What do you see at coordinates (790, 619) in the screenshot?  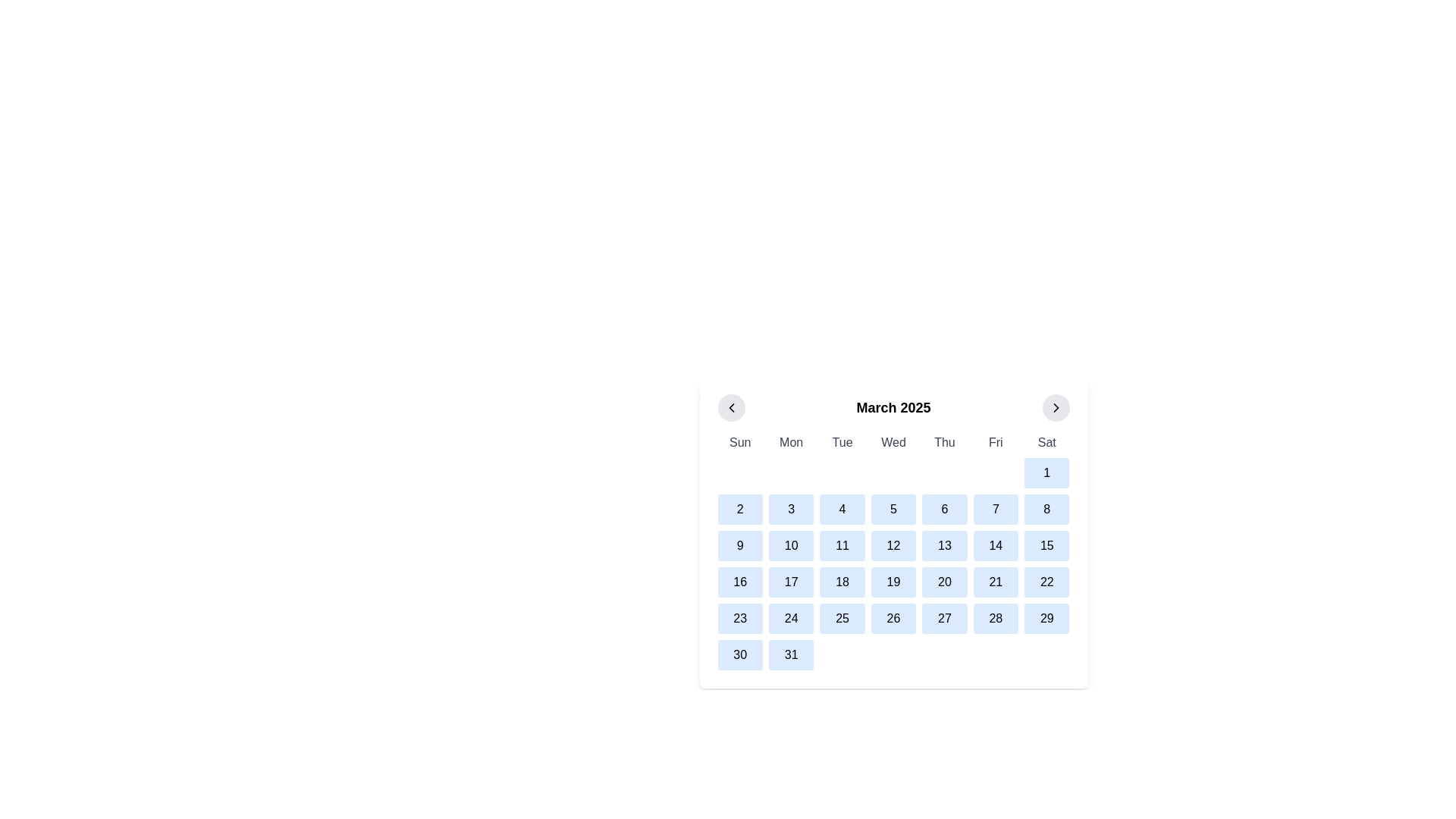 I see `the selectable date button for the 24th day in the calendar widget located under the 'Sun' column to change its background color` at bounding box center [790, 619].